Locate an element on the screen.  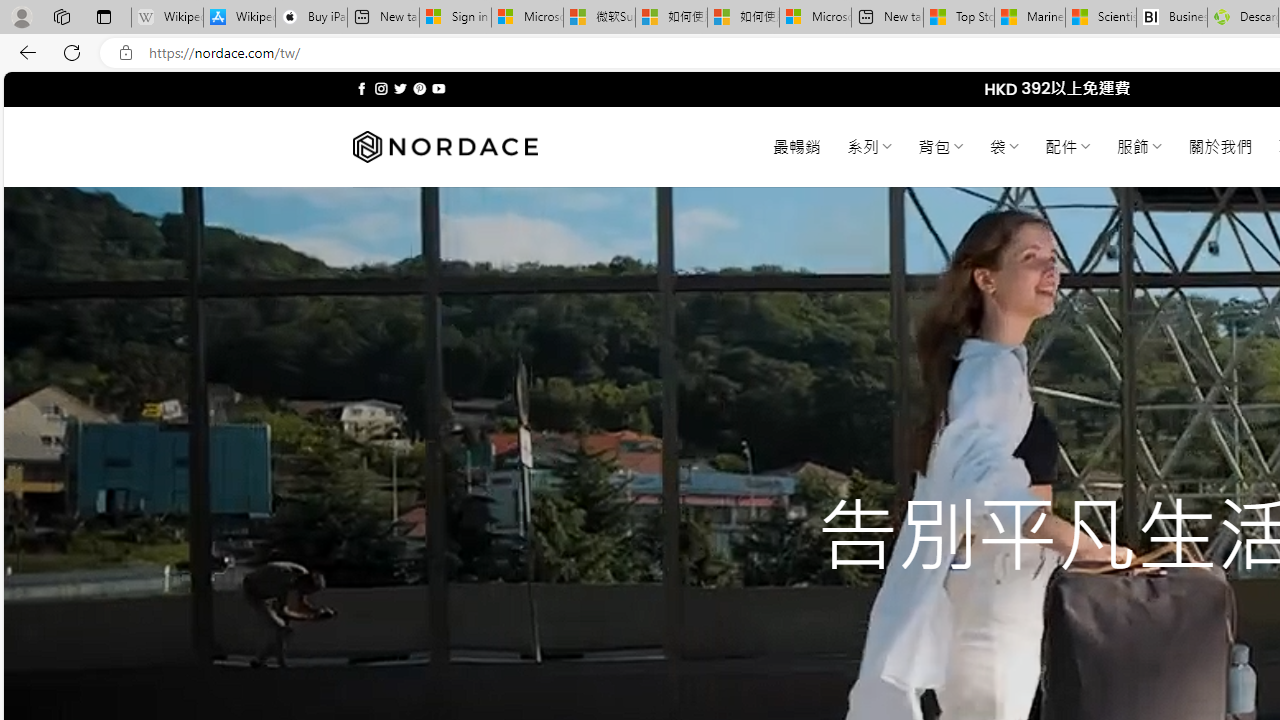
'Follow on Pinterest' is located at coordinates (418, 88).